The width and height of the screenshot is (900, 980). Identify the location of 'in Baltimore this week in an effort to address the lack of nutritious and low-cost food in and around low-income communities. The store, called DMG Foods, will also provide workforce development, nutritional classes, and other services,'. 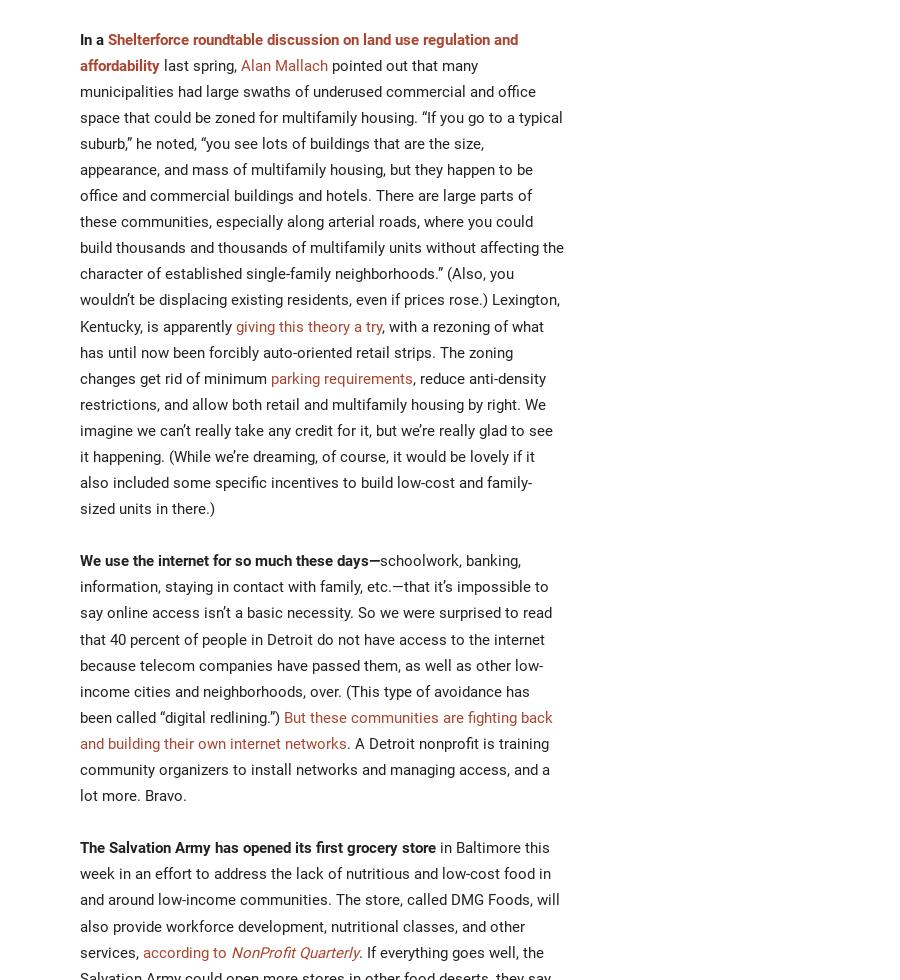
(319, 900).